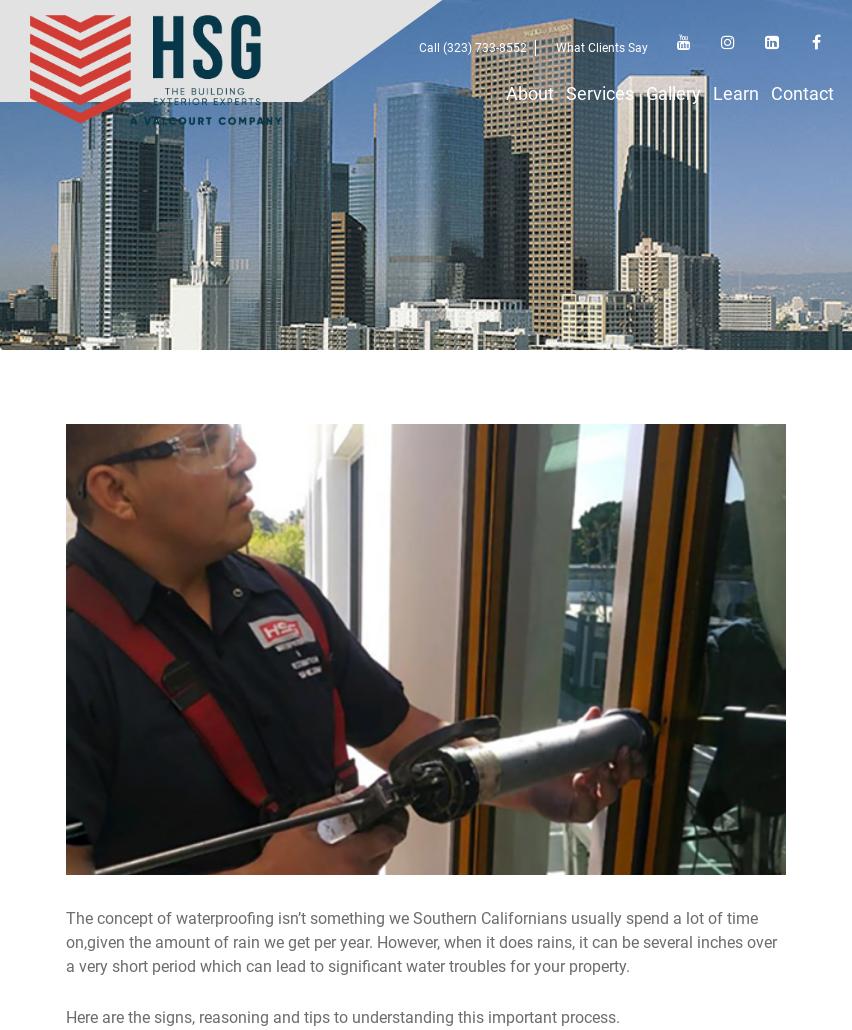 This screenshot has width=852, height=1030. What do you see at coordinates (421, 953) in the screenshot?
I see `'it can be several inches over a'` at bounding box center [421, 953].